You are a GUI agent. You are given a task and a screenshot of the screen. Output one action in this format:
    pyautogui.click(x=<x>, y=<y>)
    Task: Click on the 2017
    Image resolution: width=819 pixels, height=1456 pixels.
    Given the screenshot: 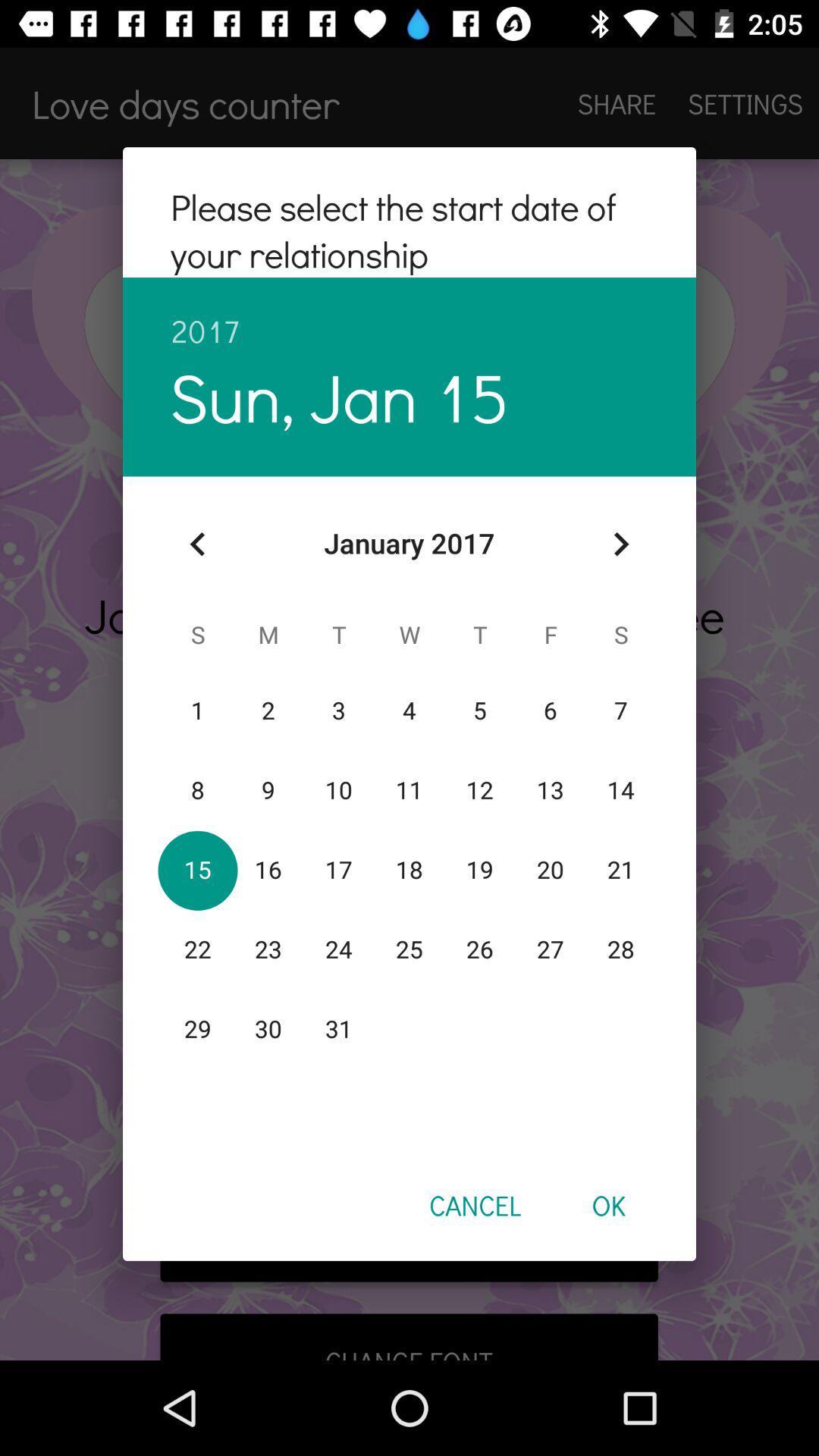 What is the action you would take?
    pyautogui.click(x=409, y=313)
    